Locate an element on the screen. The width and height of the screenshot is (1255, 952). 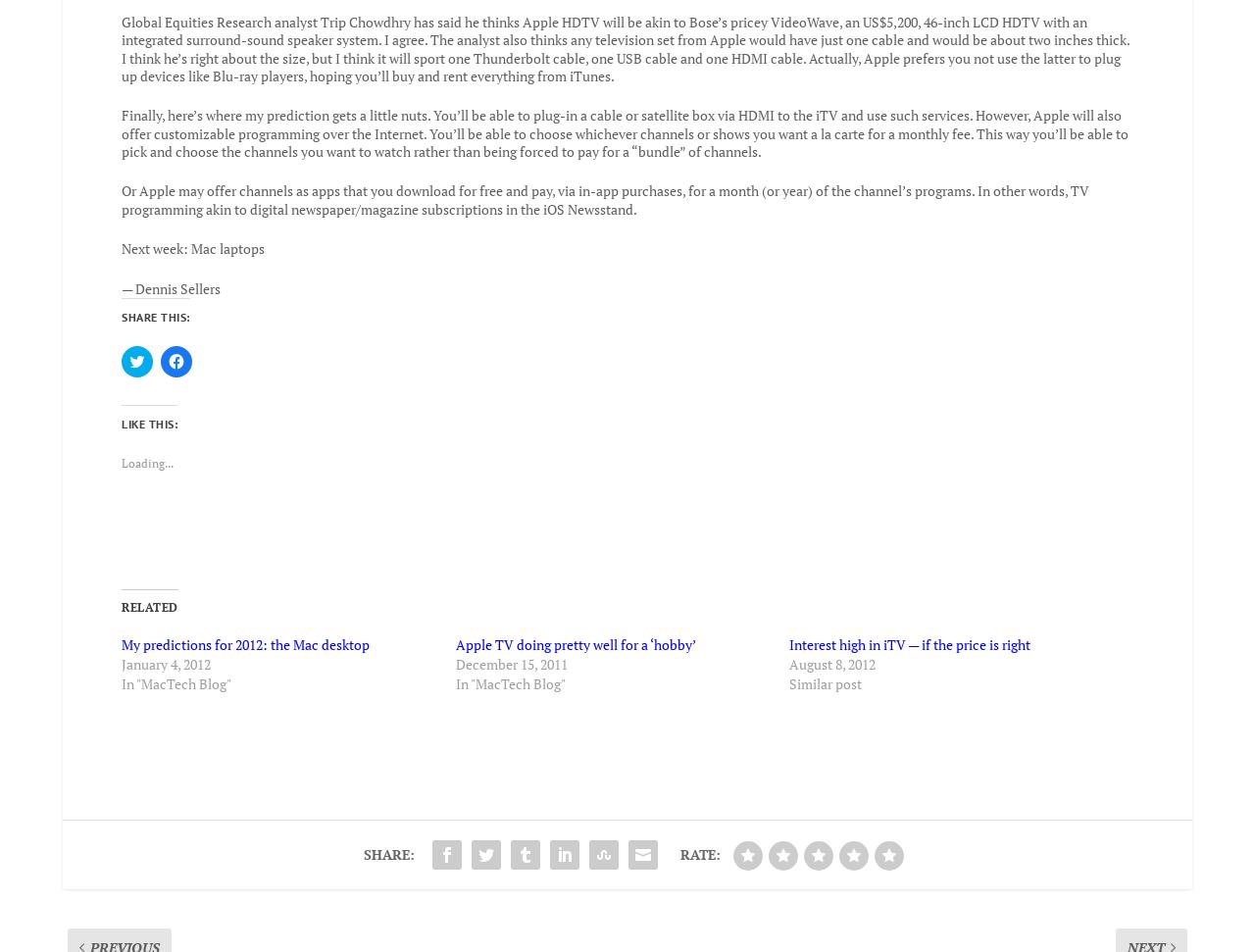
'Loading...' is located at coordinates (146, 449).